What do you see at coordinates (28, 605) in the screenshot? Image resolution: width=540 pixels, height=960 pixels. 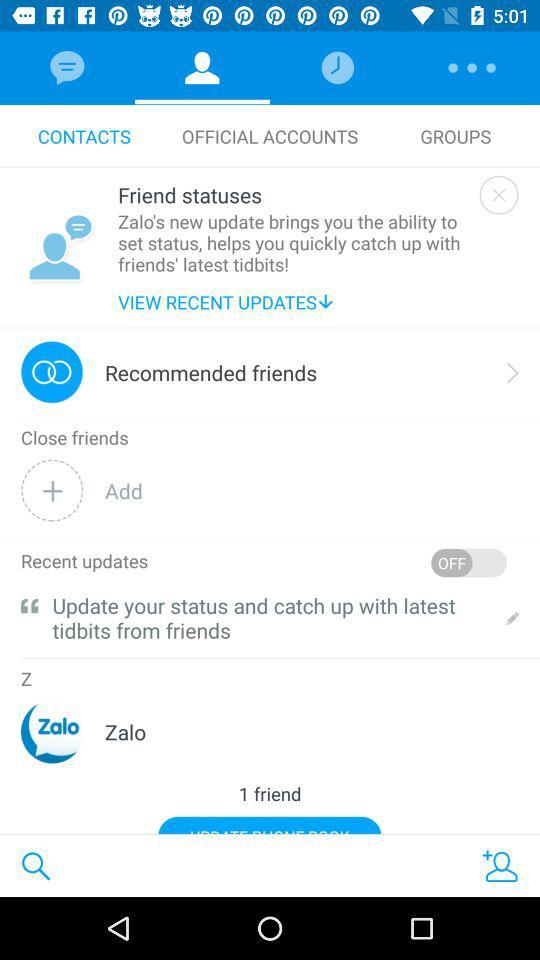 I see `icon next to update your status item` at bounding box center [28, 605].